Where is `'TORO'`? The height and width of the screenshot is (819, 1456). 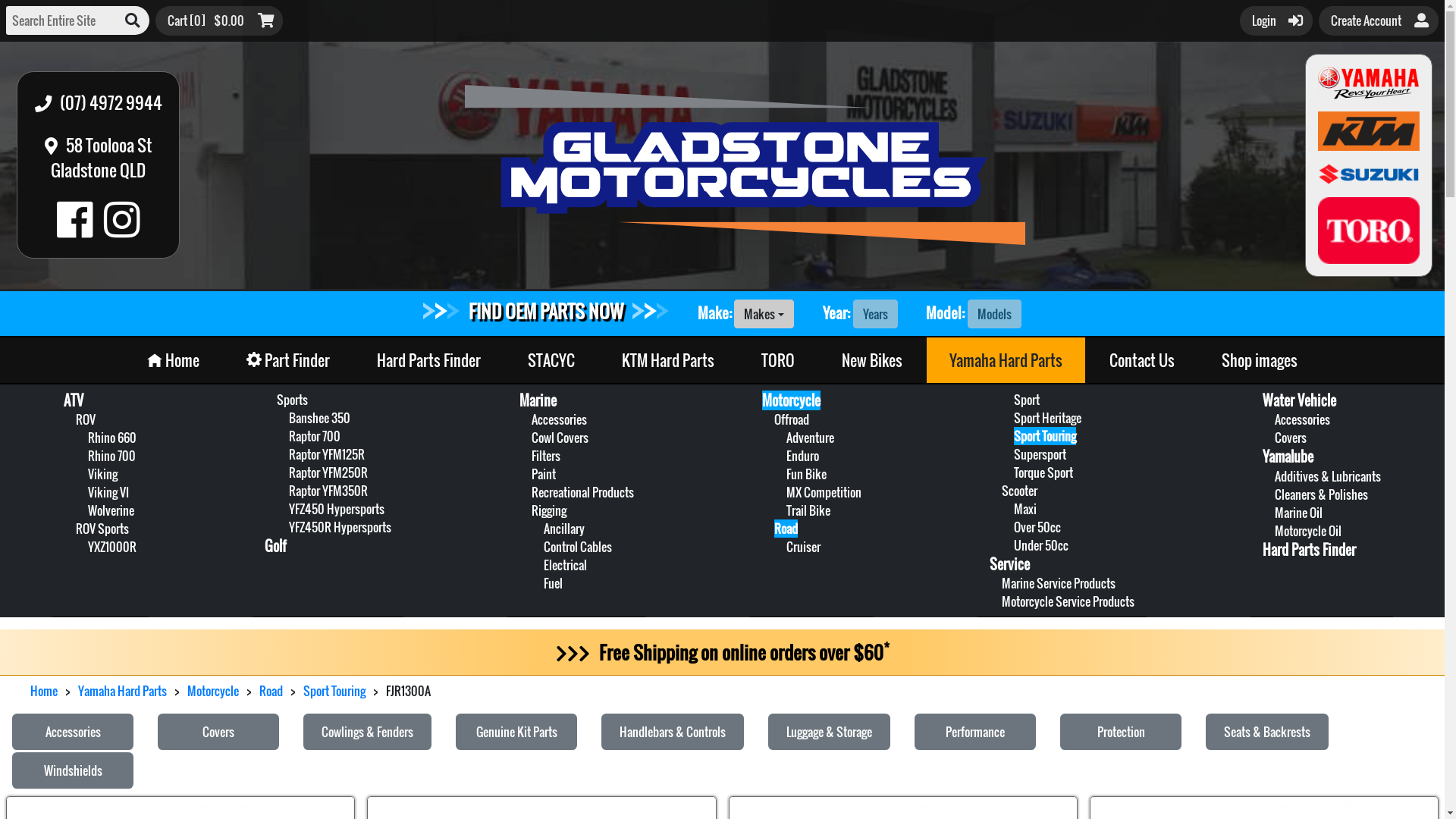
'TORO' is located at coordinates (778, 359).